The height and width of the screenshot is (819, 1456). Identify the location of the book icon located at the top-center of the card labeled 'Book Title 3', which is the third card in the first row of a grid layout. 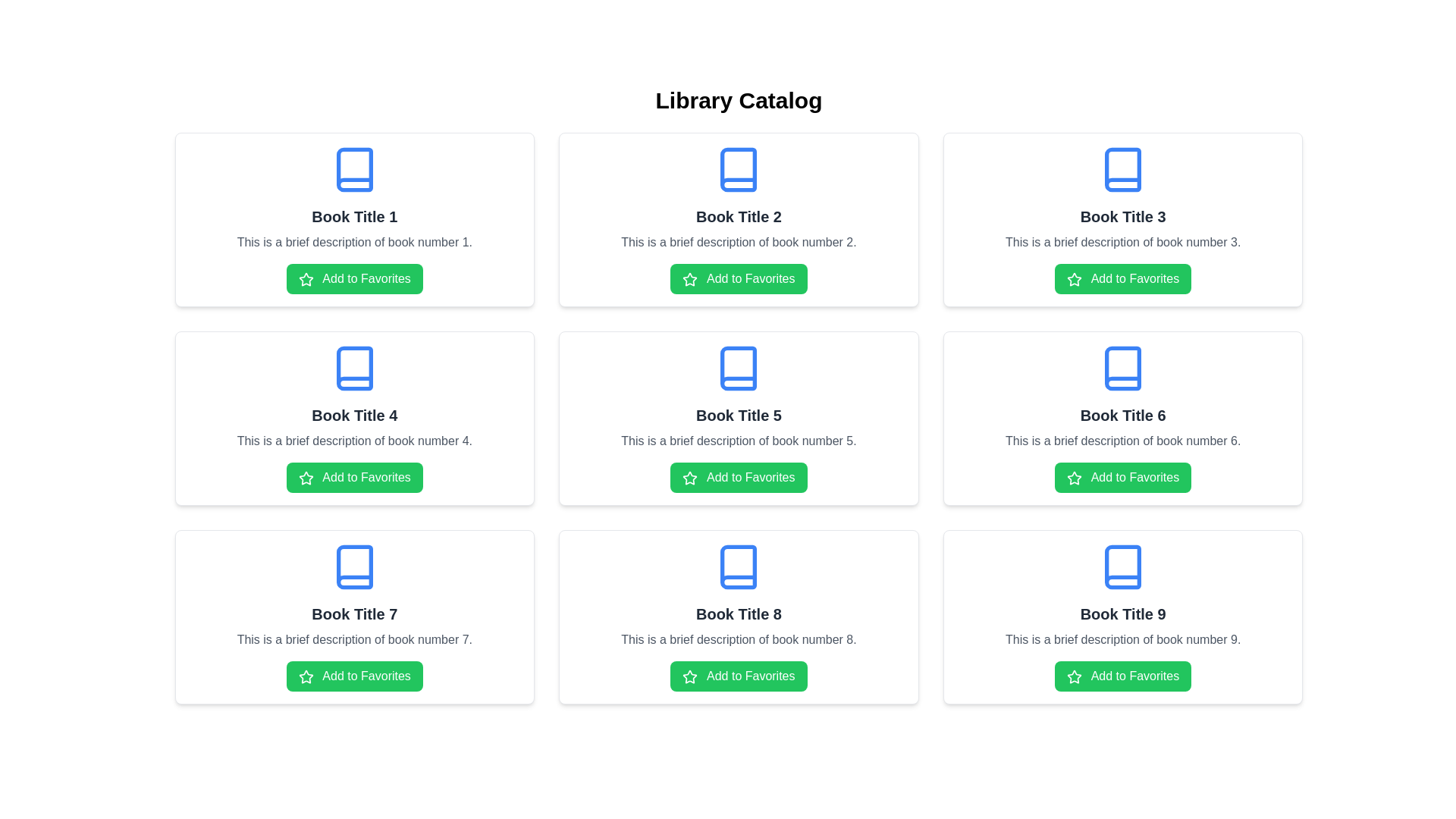
(1123, 169).